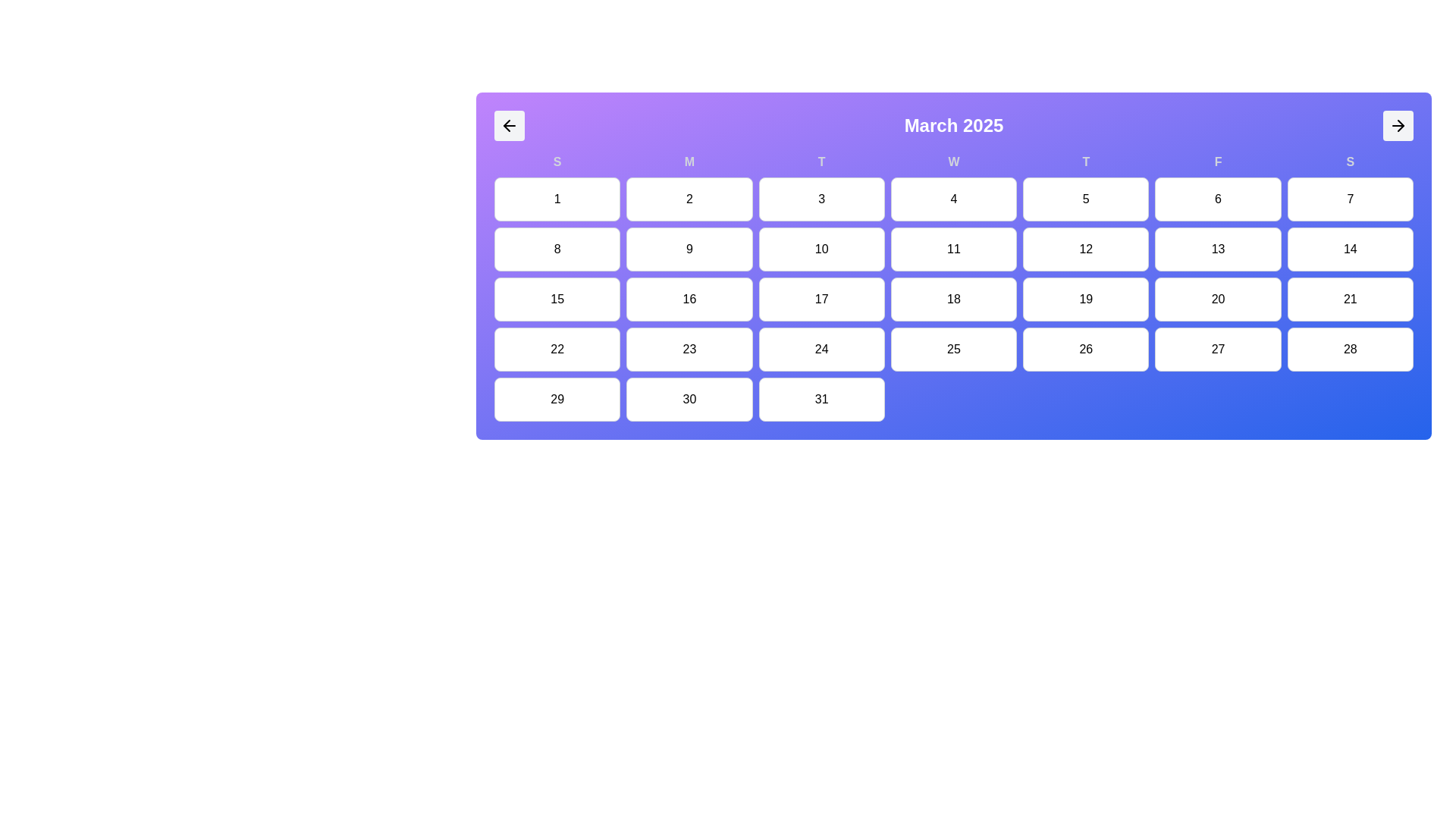  What do you see at coordinates (689, 299) in the screenshot?
I see `the button representing March 16` at bounding box center [689, 299].